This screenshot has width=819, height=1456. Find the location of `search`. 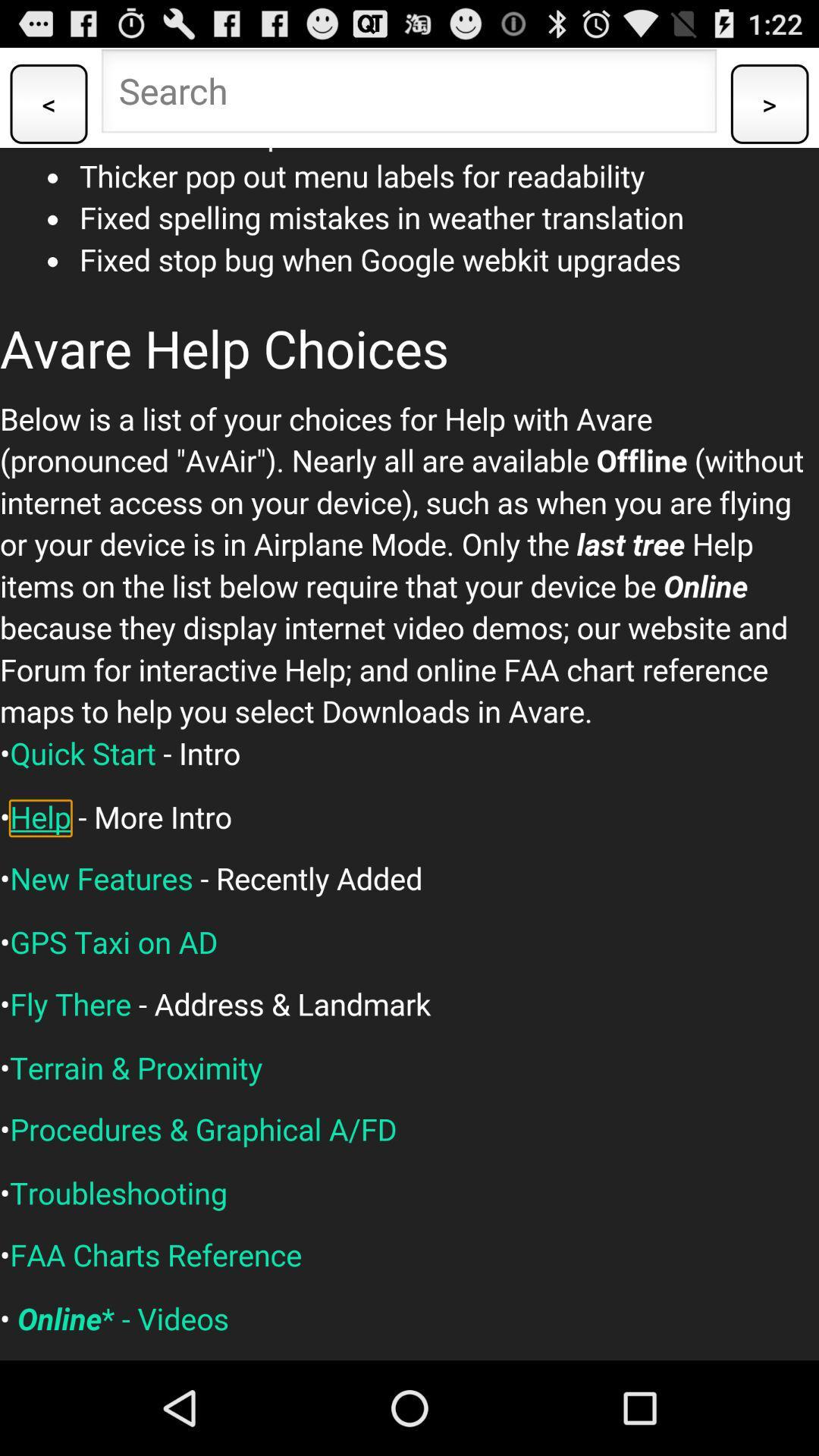

search is located at coordinates (408, 94).